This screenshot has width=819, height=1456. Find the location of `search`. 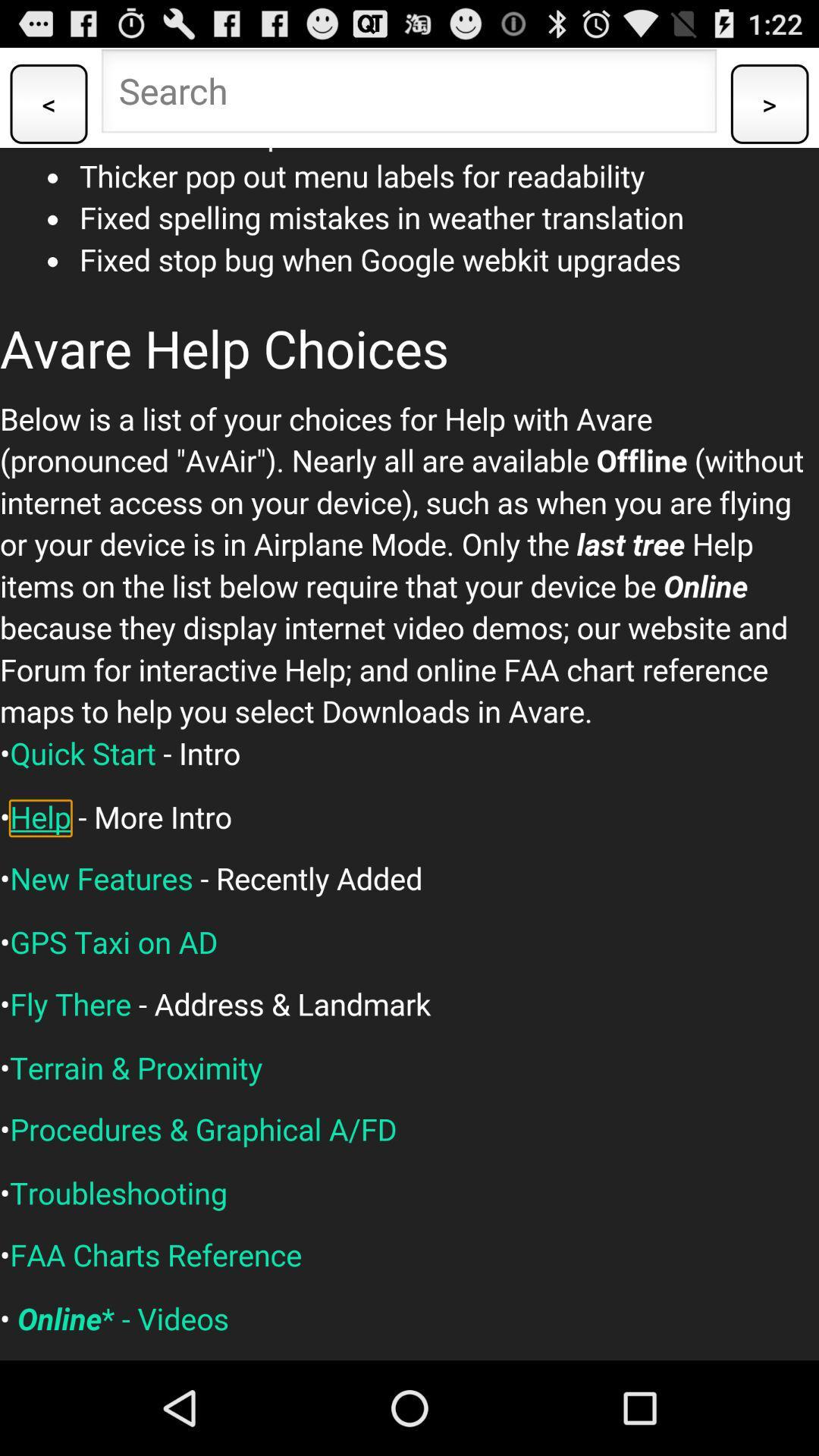

search is located at coordinates (408, 94).